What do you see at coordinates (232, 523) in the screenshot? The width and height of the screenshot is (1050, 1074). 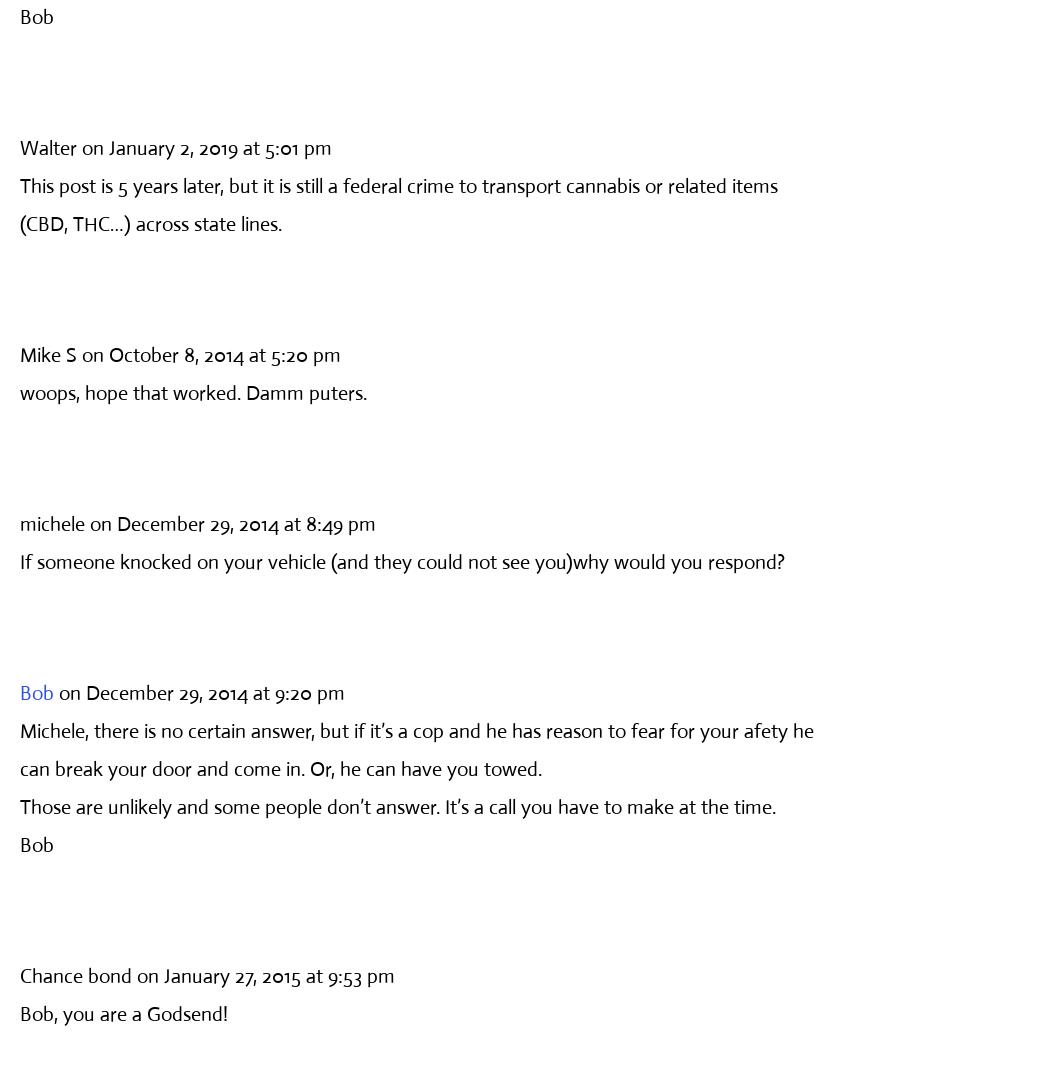 I see `'on December 29, 2014 at 8:49 pm'` at bounding box center [232, 523].